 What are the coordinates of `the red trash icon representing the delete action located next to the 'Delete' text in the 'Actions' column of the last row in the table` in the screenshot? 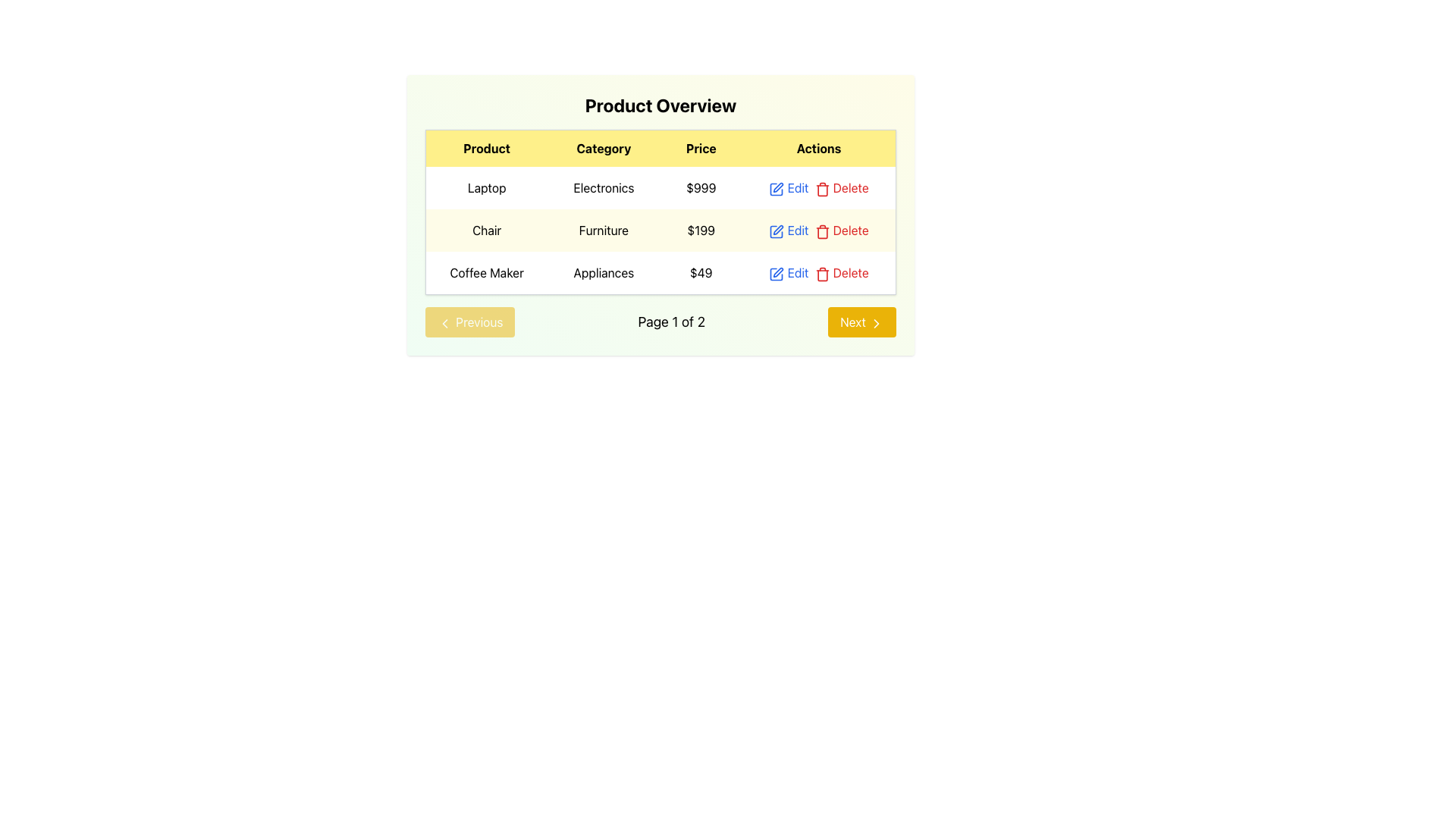 It's located at (821, 274).